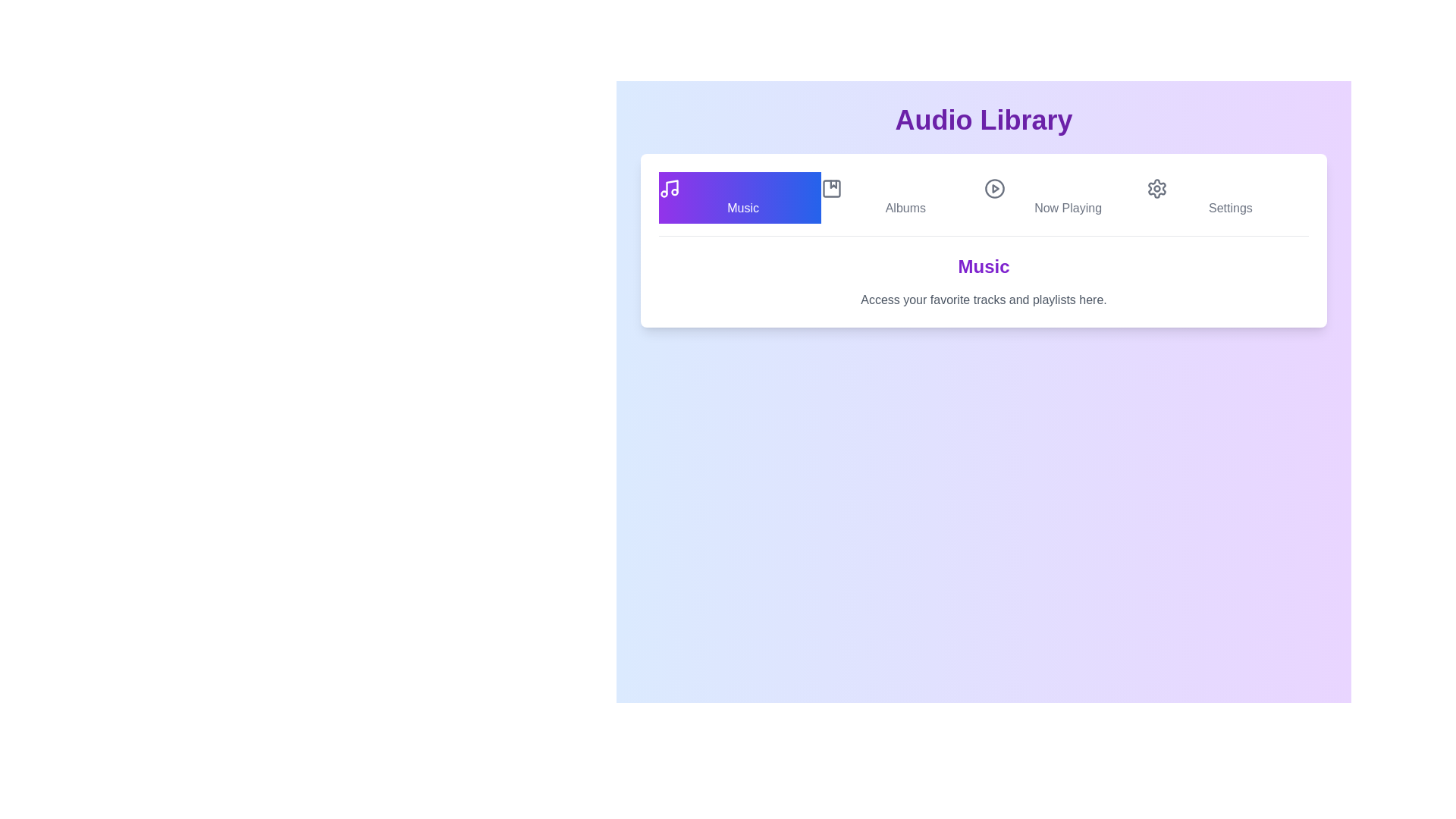 The height and width of the screenshot is (819, 1456). Describe the element at coordinates (994, 188) in the screenshot. I see `the circular play button icon located in the 'Now Playing' tab of the navigation bar` at that location.